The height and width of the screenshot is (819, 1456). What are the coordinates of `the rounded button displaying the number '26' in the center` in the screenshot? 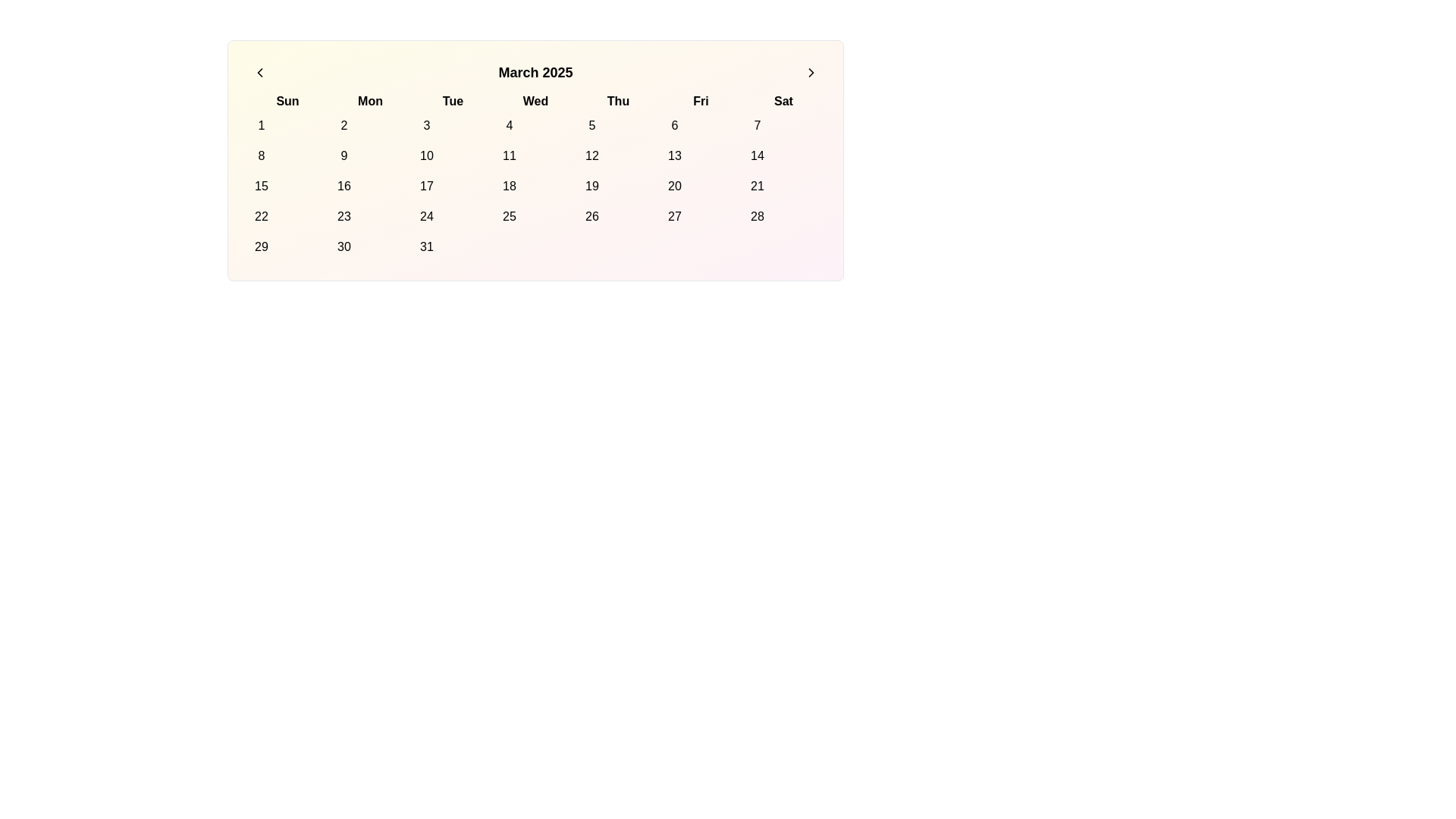 It's located at (591, 216).